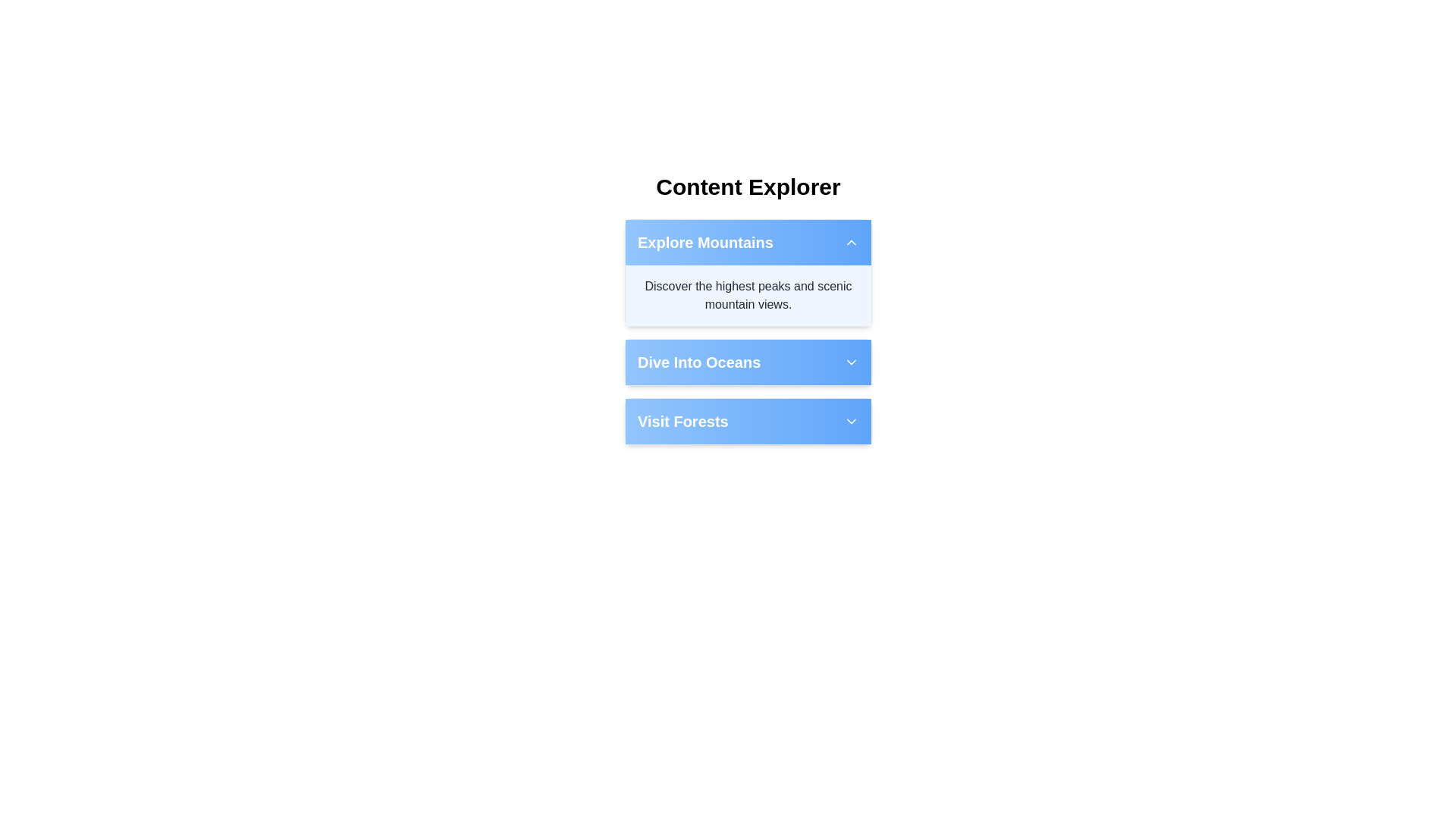 The image size is (1456, 819). What do you see at coordinates (748, 295) in the screenshot?
I see `the text block displaying 'Discover the highest peaks and scenic mountain views.' which is centrally located within the blue section under the 'Explore Mountains' heading` at bounding box center [748, 295].